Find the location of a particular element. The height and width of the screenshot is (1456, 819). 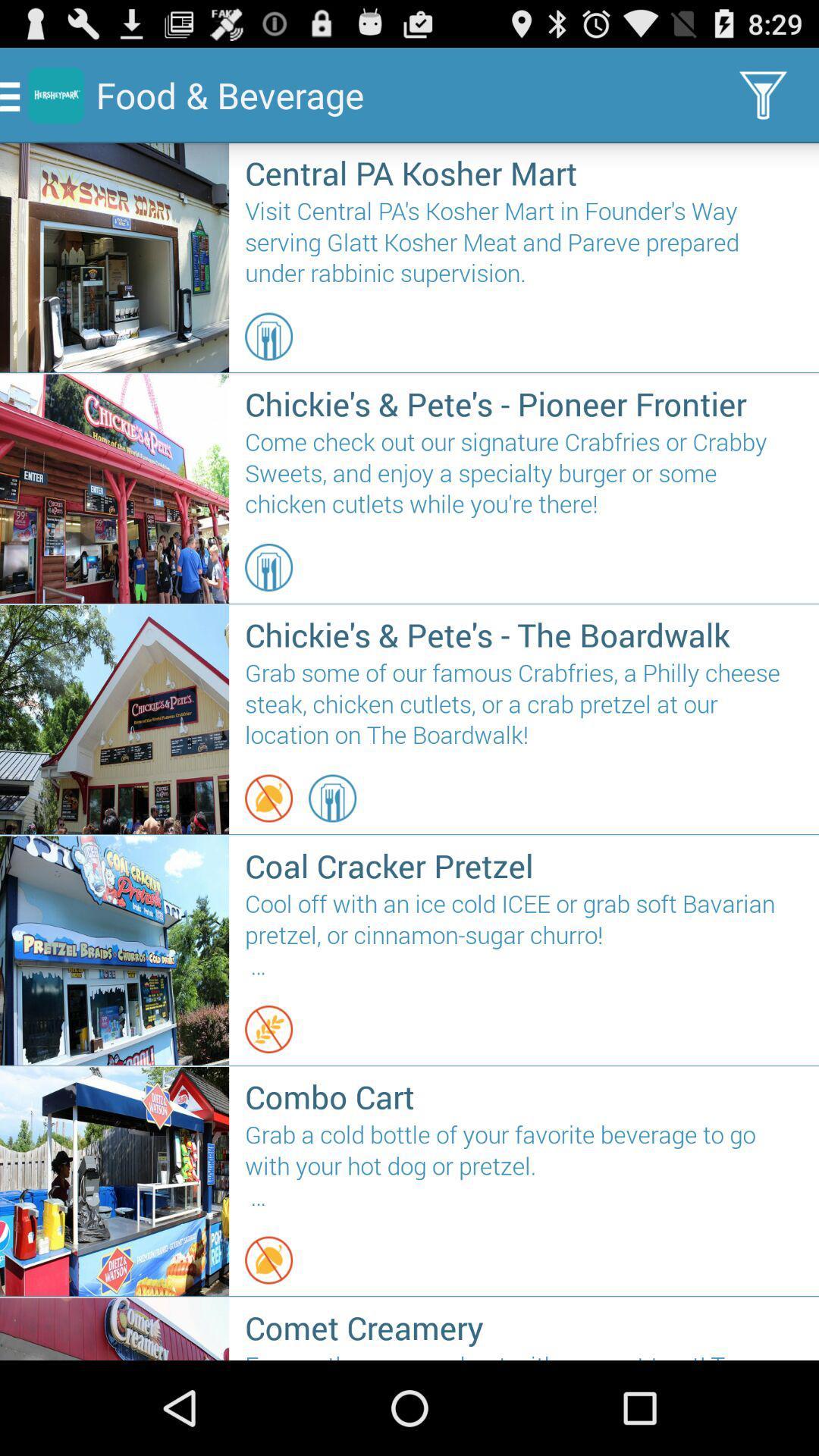

the icon above the grab a cold item is located at coordinates (523, 1096).